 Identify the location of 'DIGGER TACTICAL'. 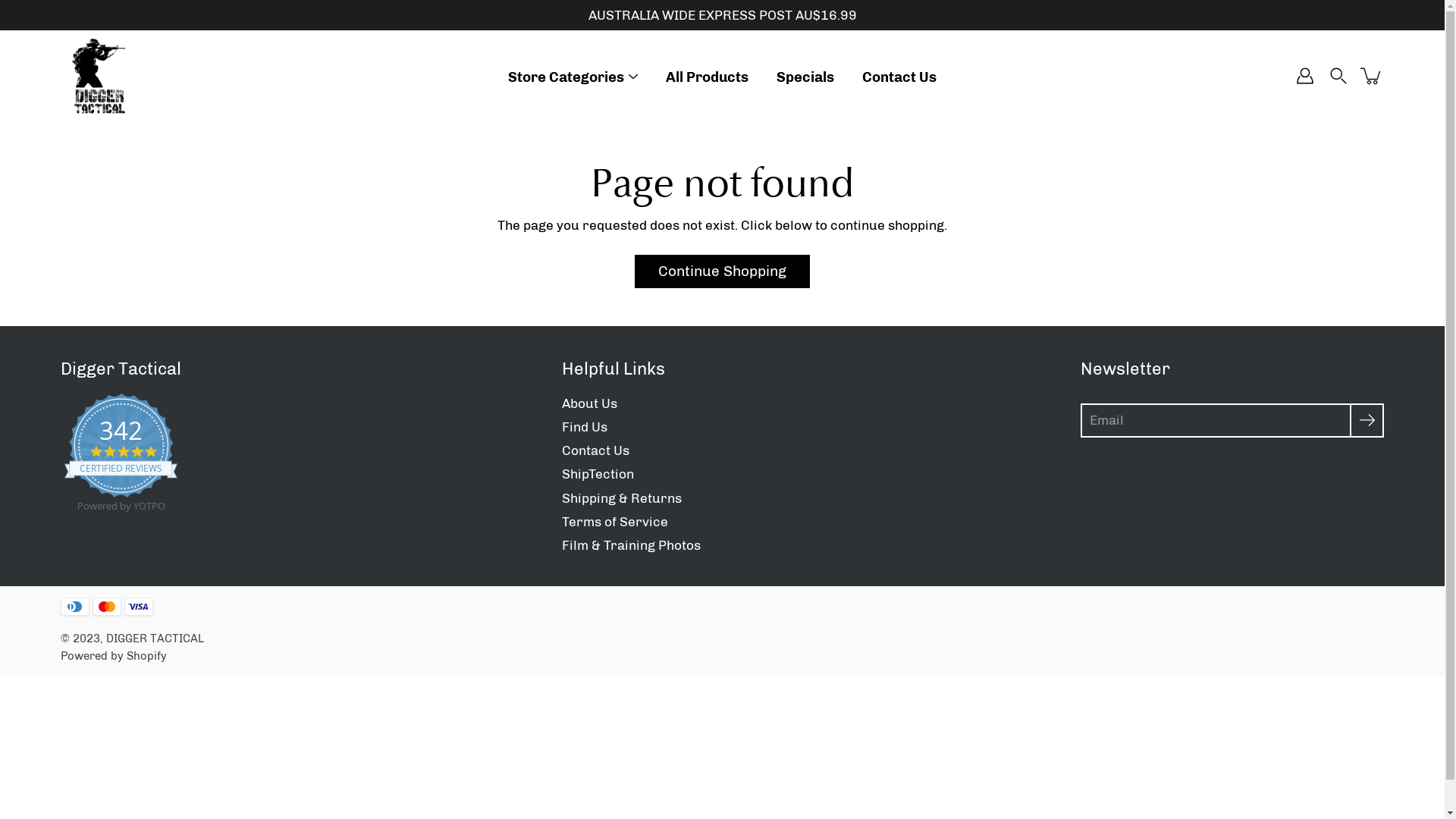
(155, 638).